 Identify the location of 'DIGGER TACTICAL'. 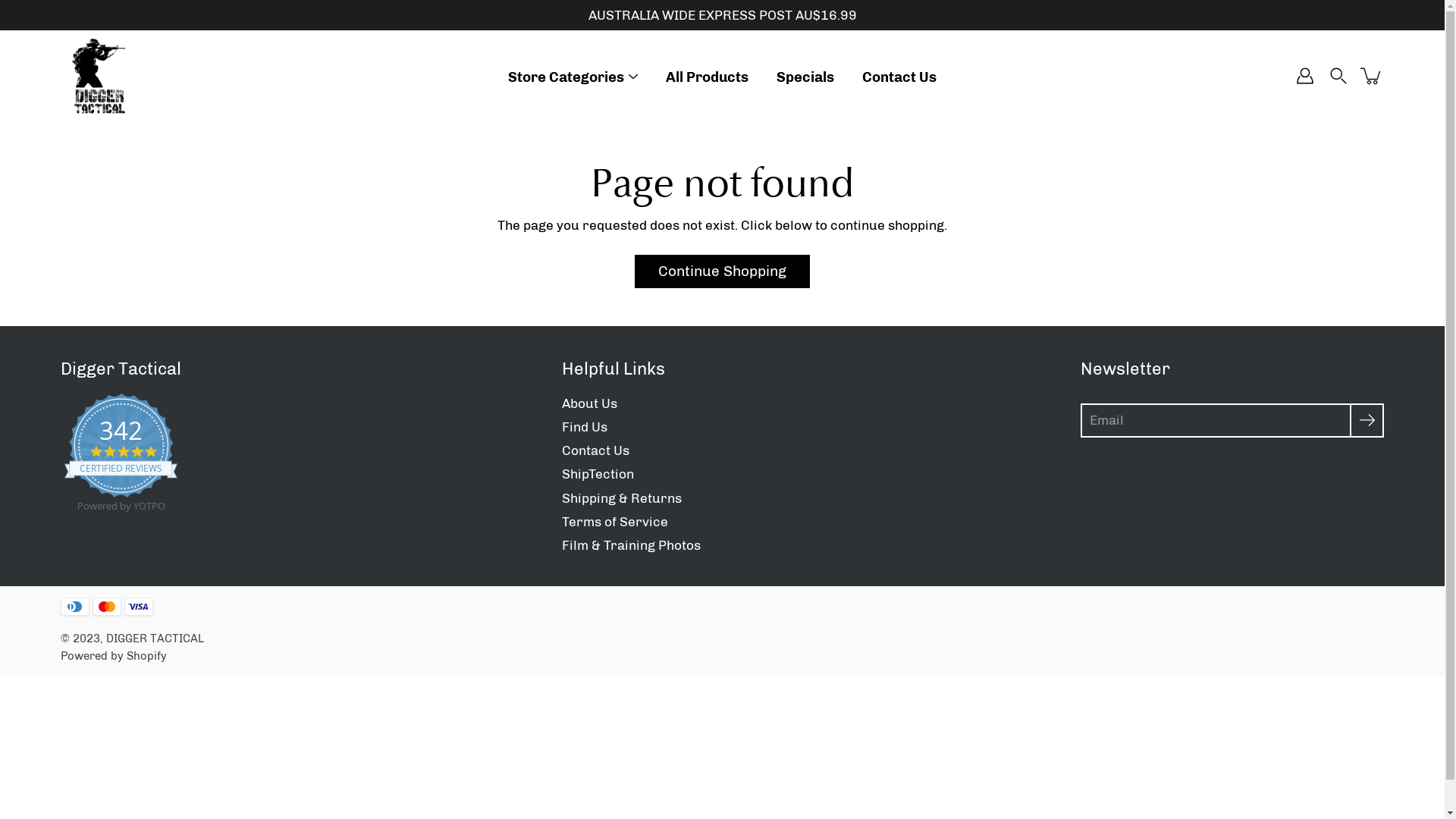
(155, 638).